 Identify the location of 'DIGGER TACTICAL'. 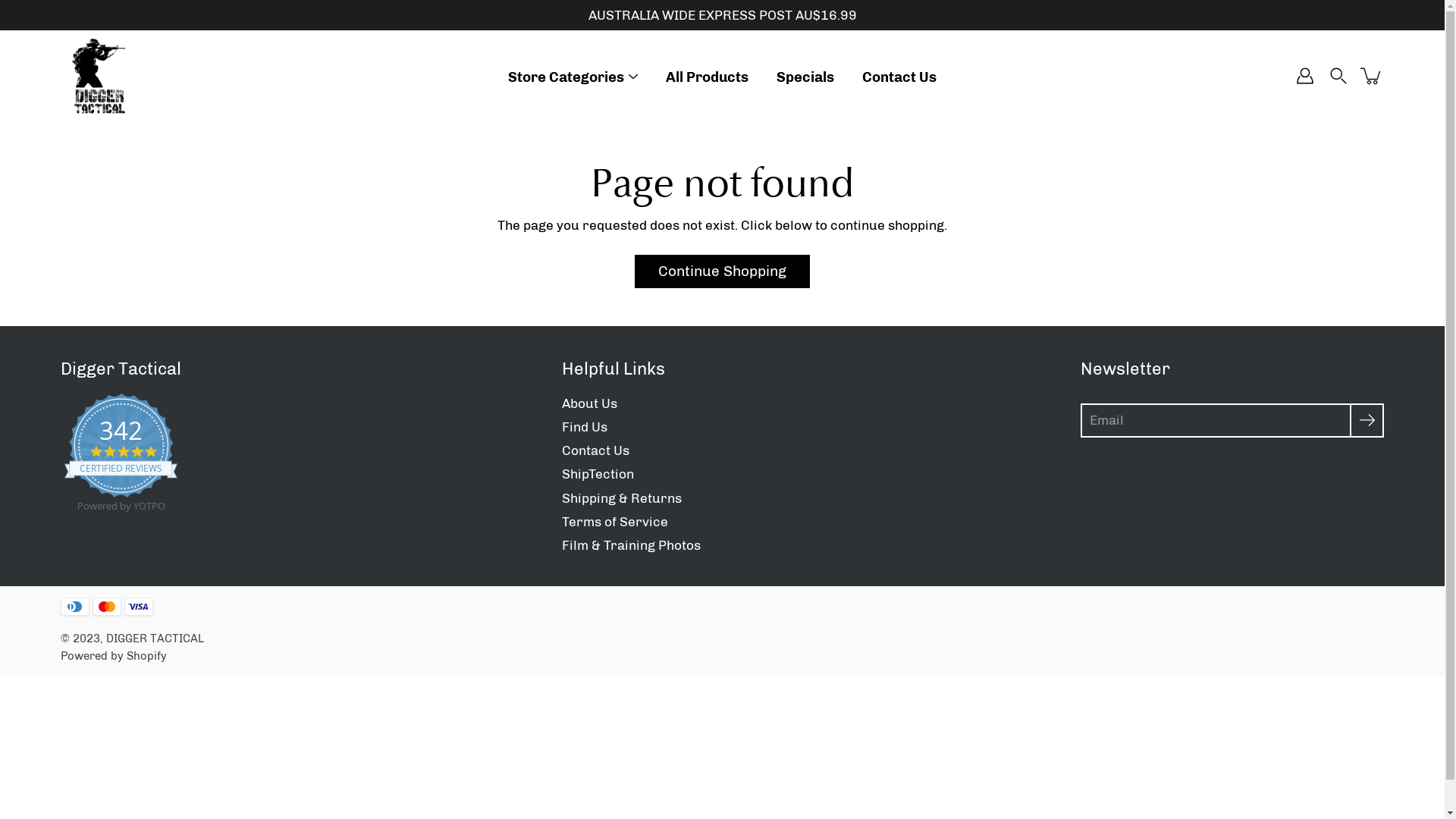
(155, 638).